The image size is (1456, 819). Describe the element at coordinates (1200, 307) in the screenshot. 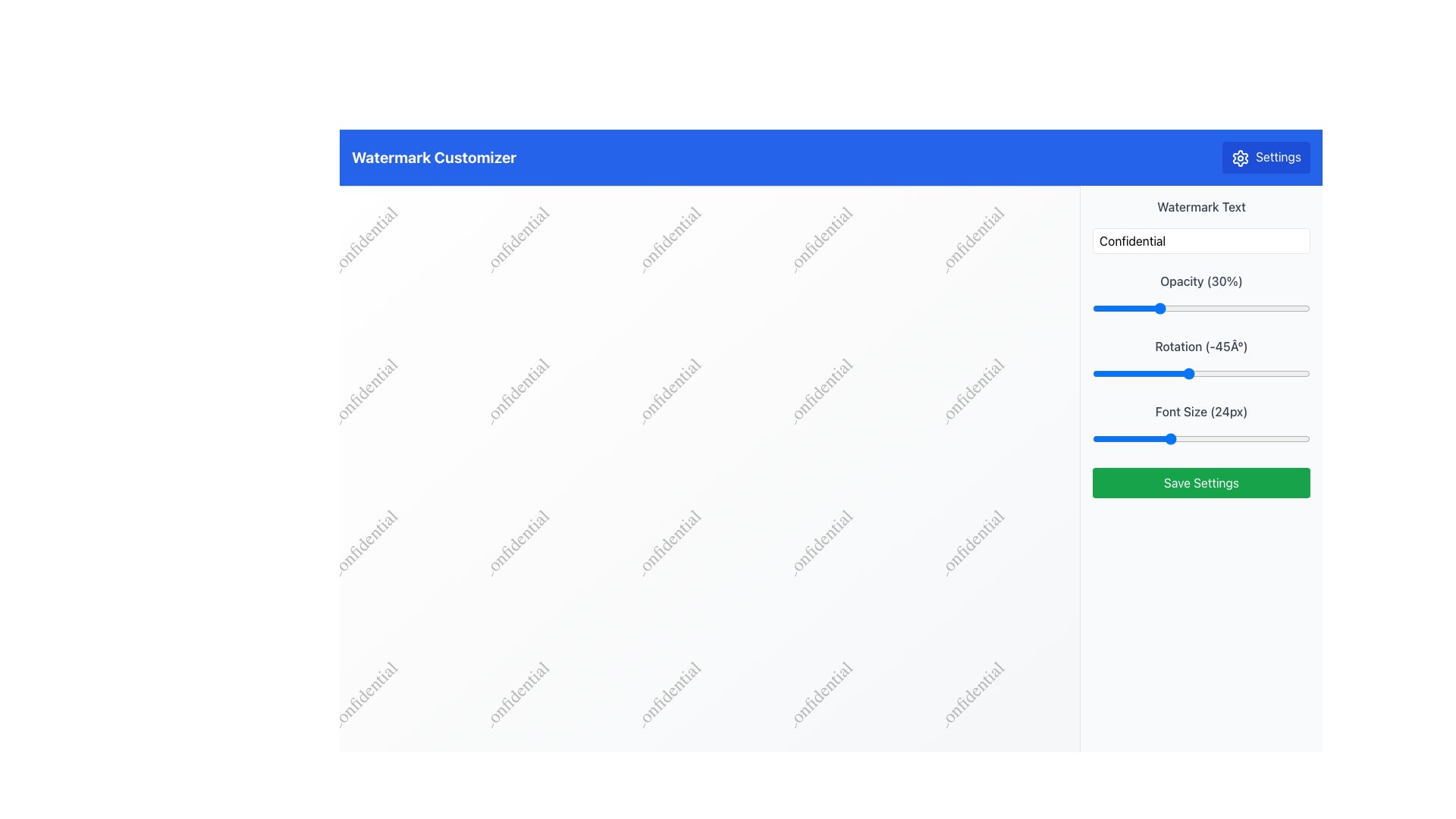

I see `the handle of the opacity slider located in the right-side panel under the label 'Opacity (30%)'` at that location.